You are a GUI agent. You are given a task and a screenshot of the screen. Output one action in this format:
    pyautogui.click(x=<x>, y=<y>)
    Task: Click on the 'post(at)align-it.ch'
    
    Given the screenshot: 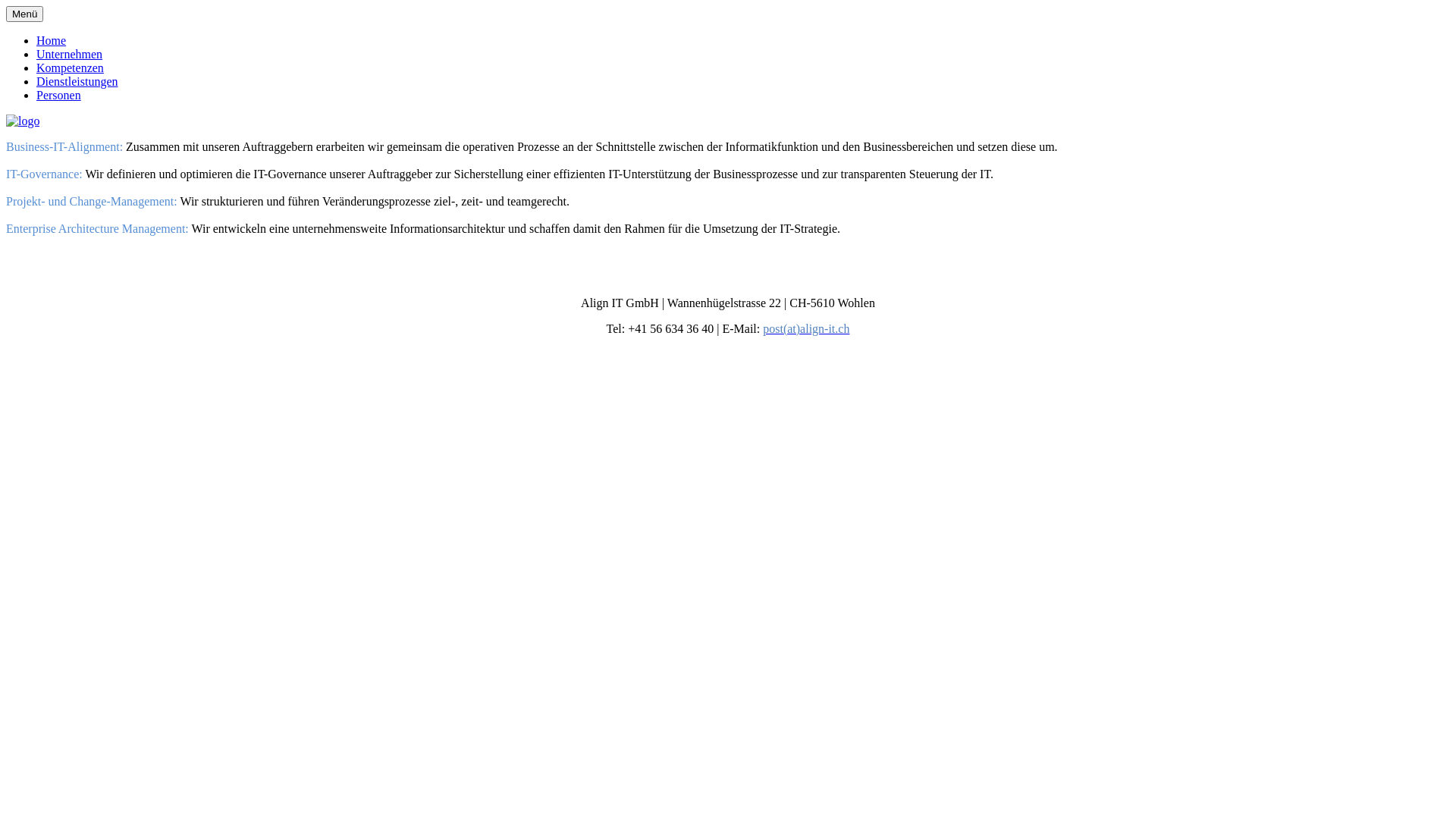 What is the action you would take?
    pyautogui.click(x=805, y=328)
    